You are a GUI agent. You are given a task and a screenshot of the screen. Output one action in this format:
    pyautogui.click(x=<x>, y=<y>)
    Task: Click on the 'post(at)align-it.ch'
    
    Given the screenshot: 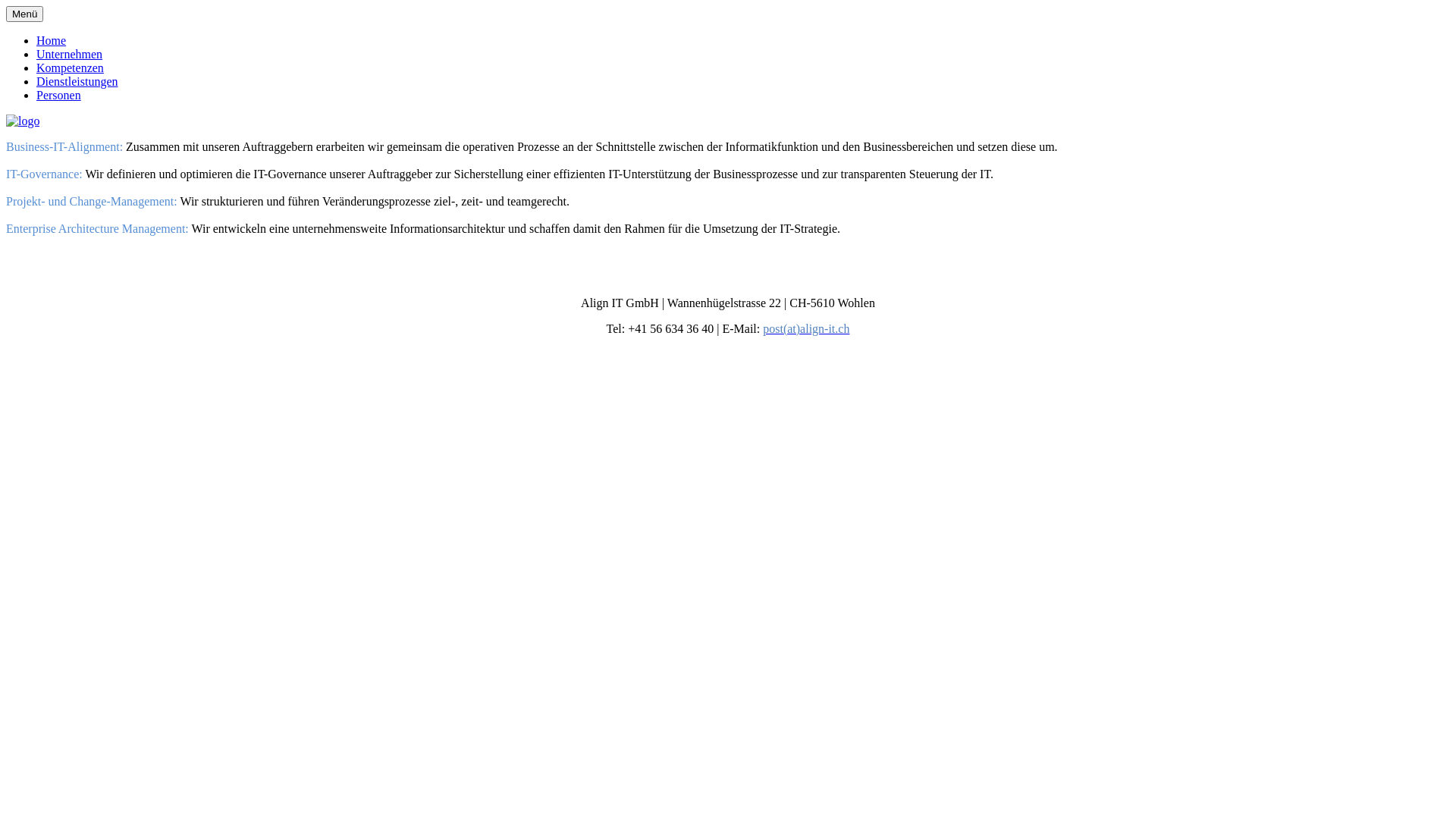 What is the action you would take?
    pyautogui.click(x=805, y=328)
    